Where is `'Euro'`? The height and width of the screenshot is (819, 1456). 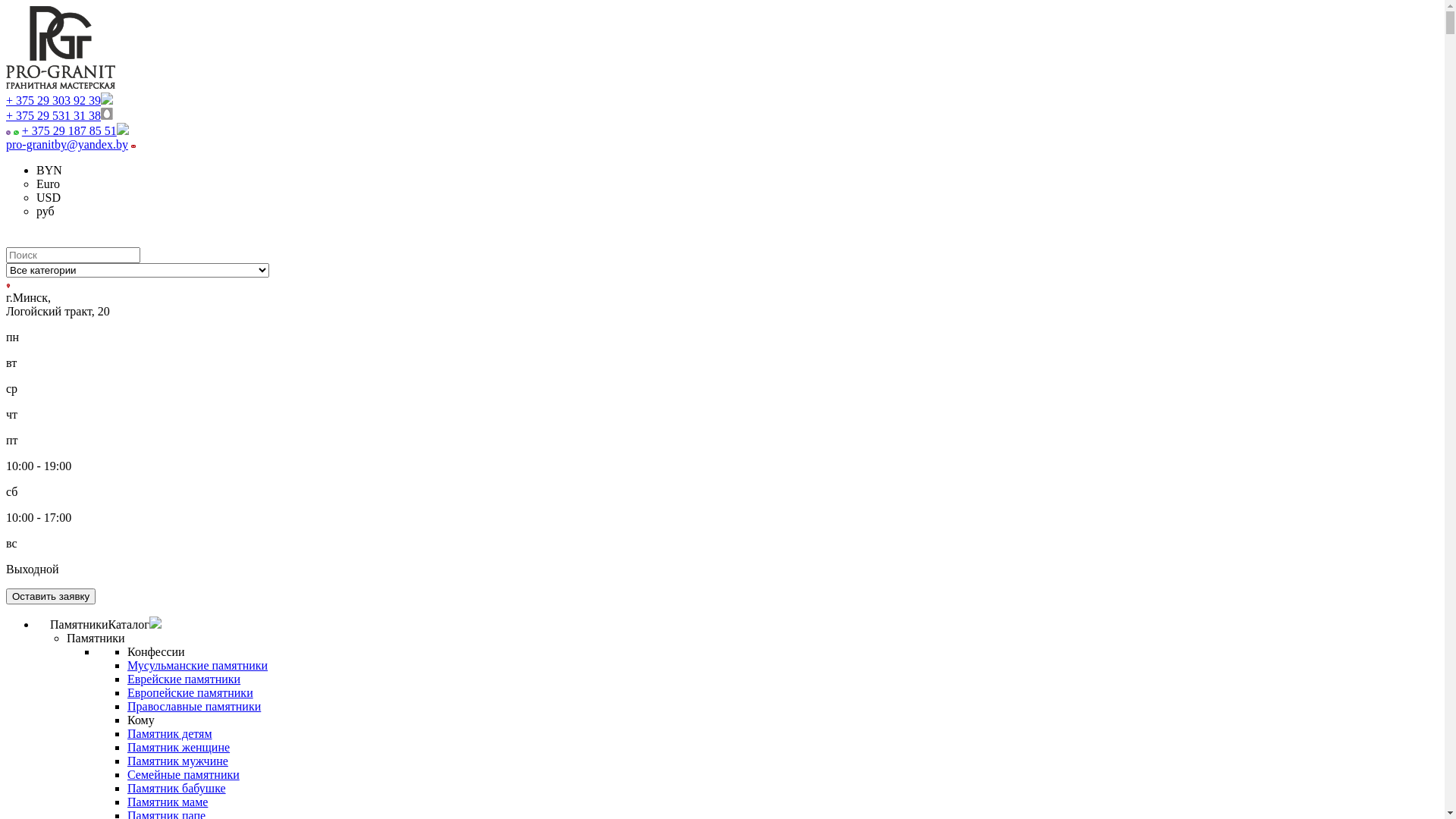 'Euro' is located at coordinates (48, 183).